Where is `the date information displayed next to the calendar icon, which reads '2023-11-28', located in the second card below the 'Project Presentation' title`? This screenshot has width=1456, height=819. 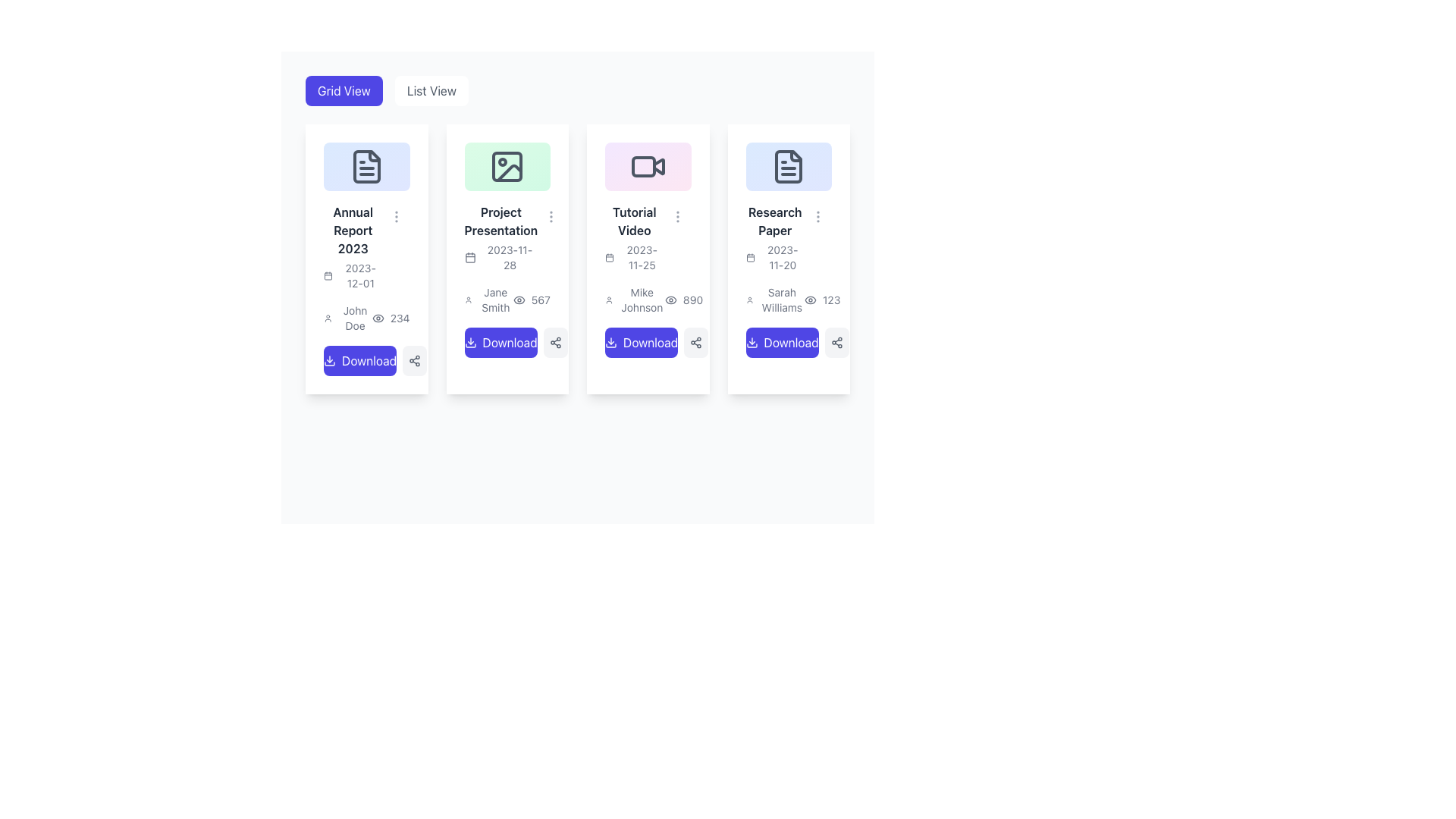 the date information displayed next to the calendar icon, which reads '2023-11-28', located in the second card below the 'Project Presentation' title is located at coordinates (500, 256).